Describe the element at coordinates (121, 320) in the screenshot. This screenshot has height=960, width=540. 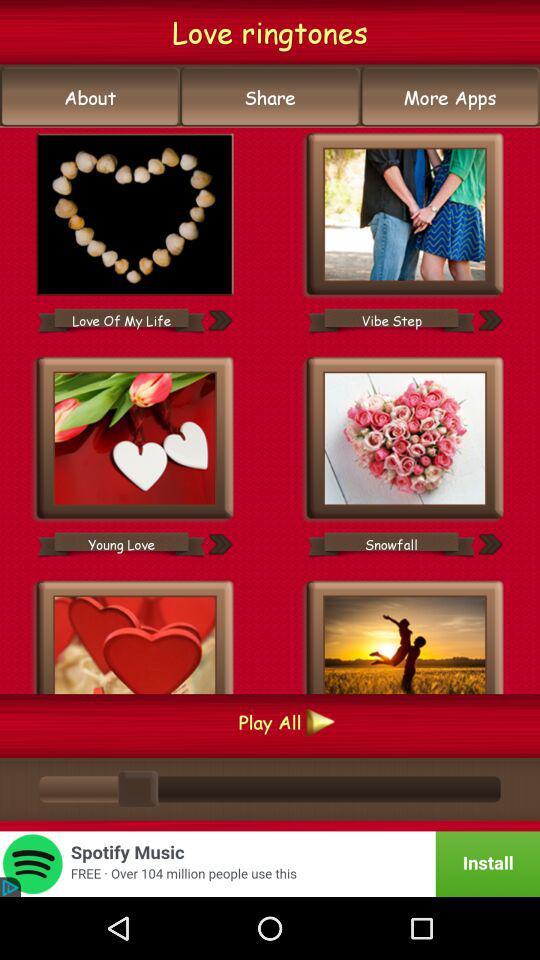
I see `love of my` at that location.